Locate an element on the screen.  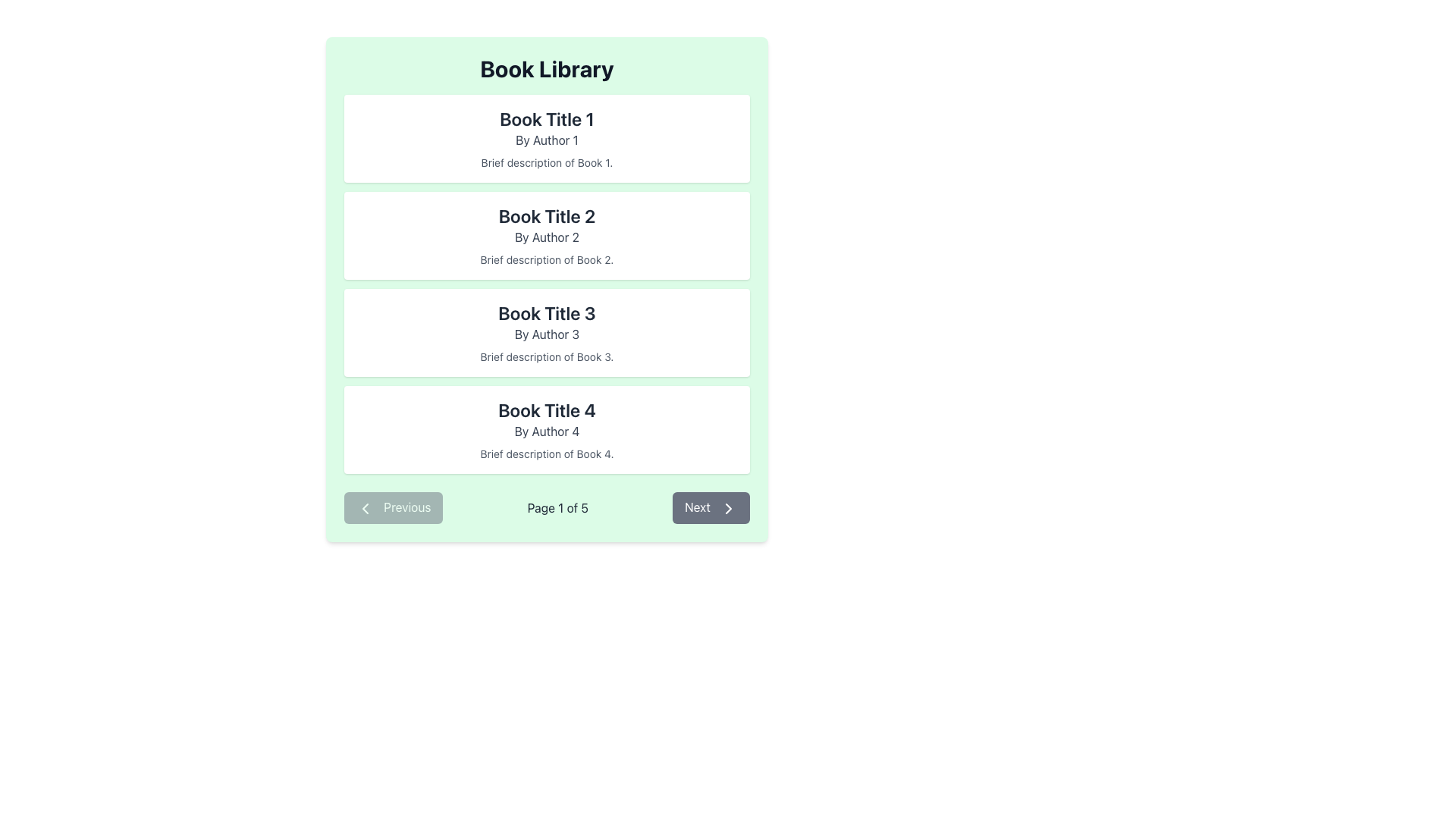
author label text located below 'Book Title 2' and above the description text, centered within the card is located at coordinates (546, 237).